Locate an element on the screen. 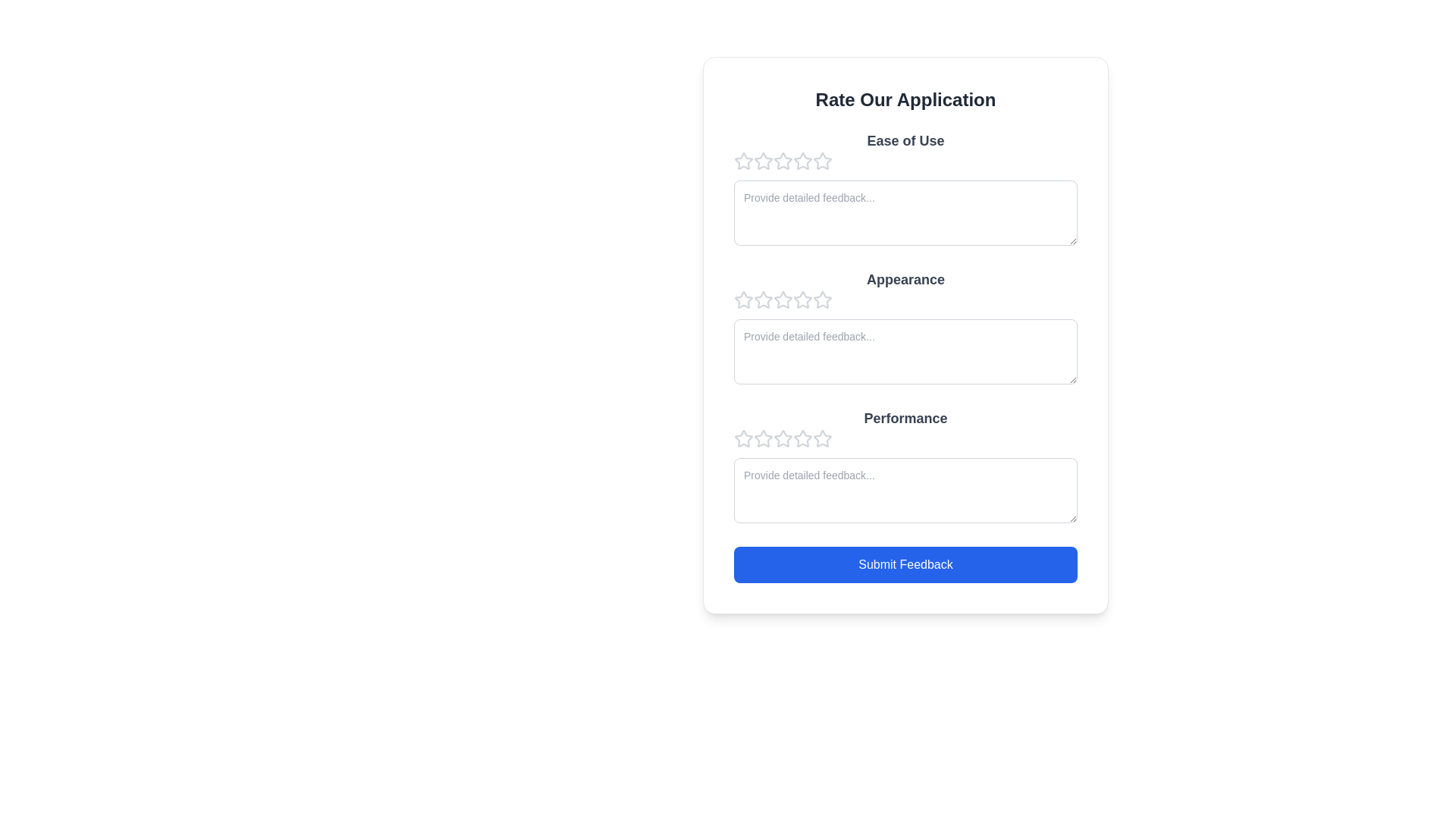 The image size is (1456, 819). the first hollow star in the 5-star rating component under the 'Performance' section is located at coordinates (743, 438).